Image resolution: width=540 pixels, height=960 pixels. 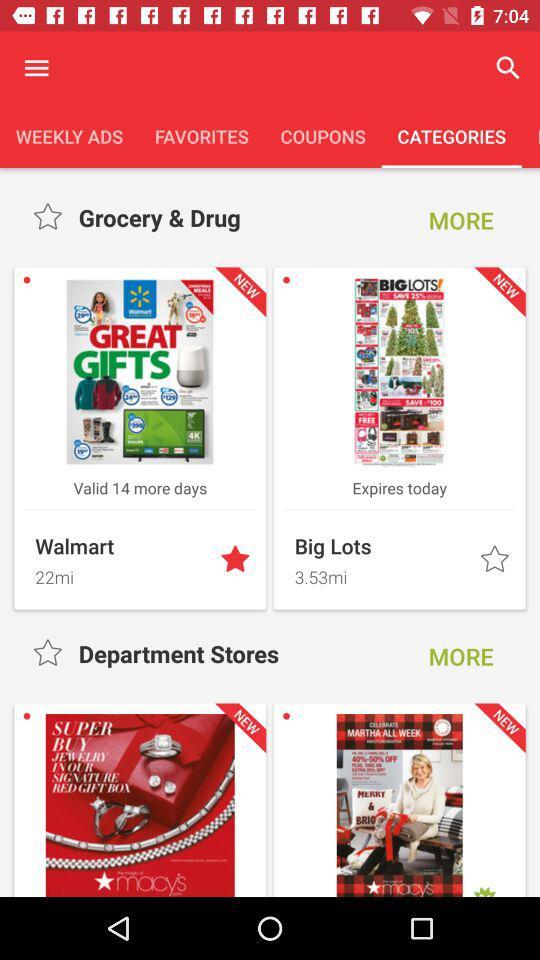 I want to click on the star button which is next to walmart, so click(x=237, y=560).